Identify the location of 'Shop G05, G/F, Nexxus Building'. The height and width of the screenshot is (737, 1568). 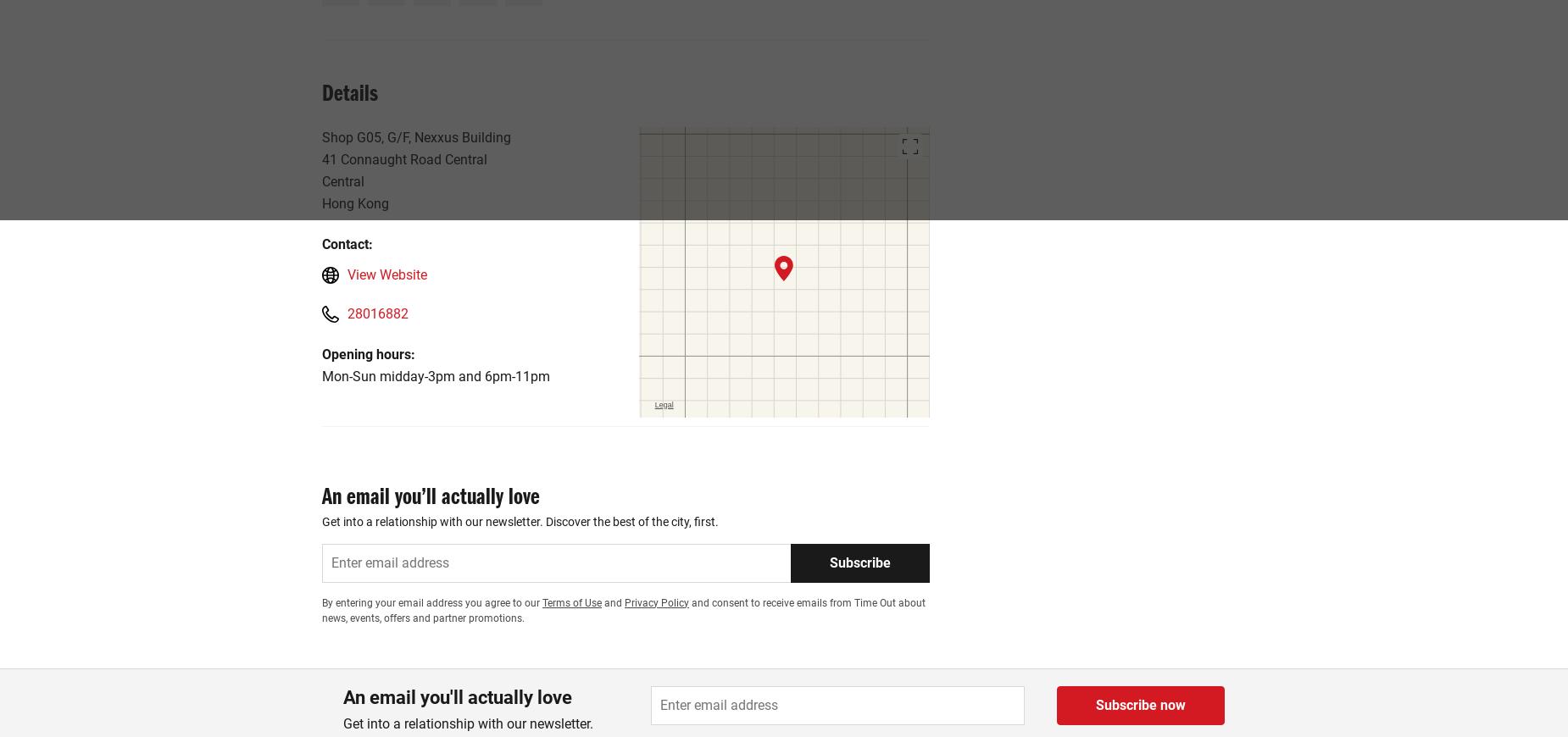
(416, 136).